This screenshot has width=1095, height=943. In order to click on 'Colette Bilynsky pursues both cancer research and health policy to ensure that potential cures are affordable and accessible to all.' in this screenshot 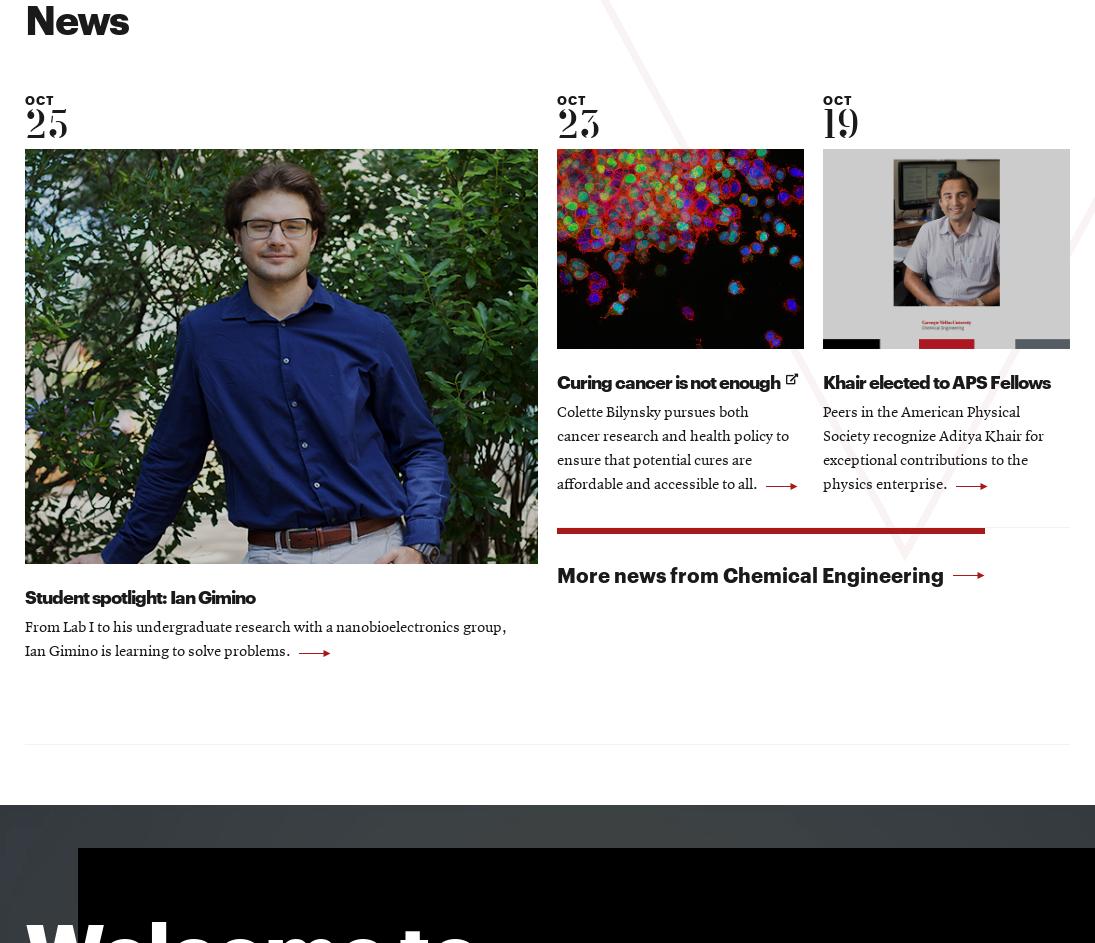, I will do `click(672, 451)`.